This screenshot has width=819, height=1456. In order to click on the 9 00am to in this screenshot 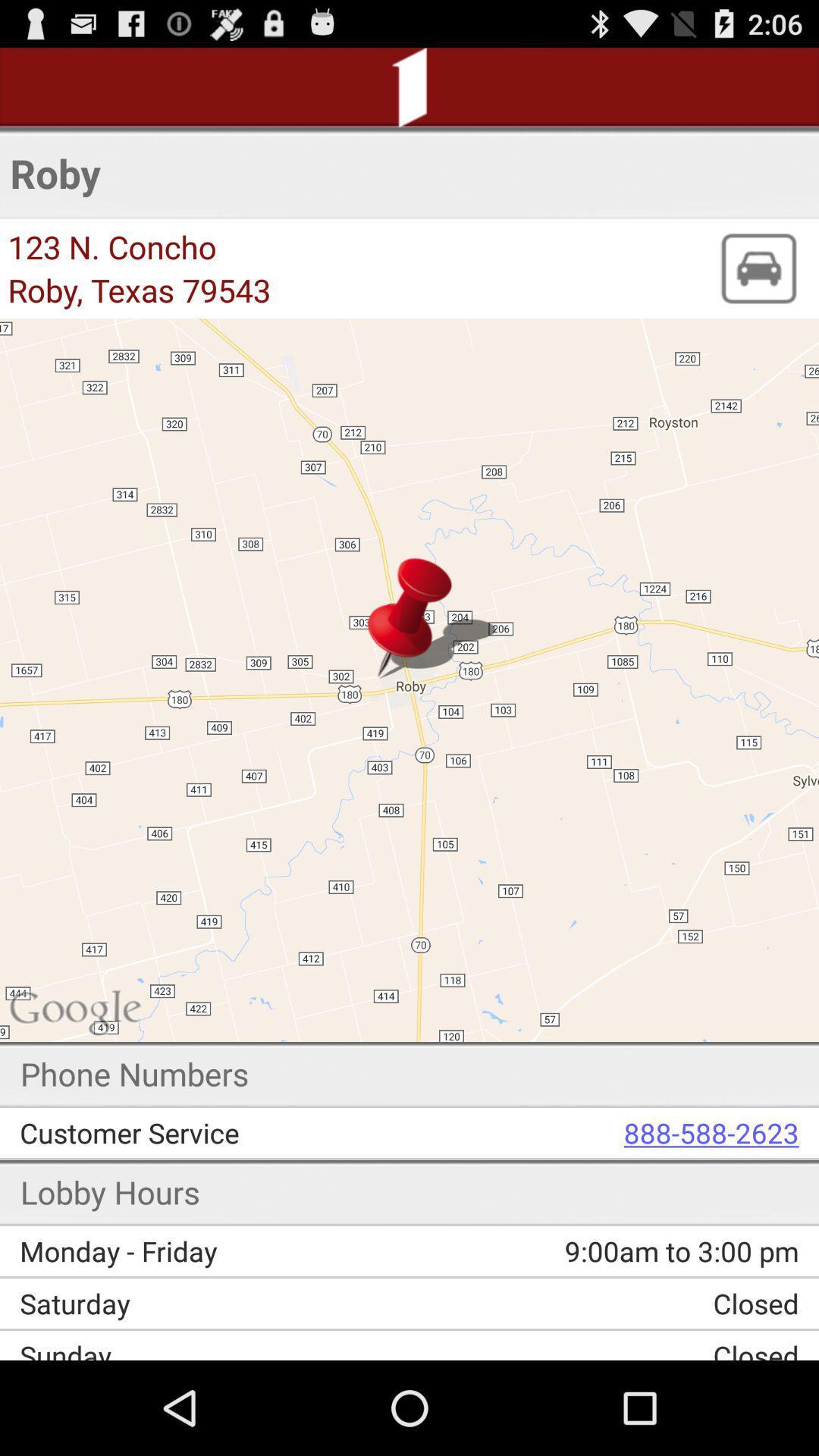, I will do `click(594, 1251)`.